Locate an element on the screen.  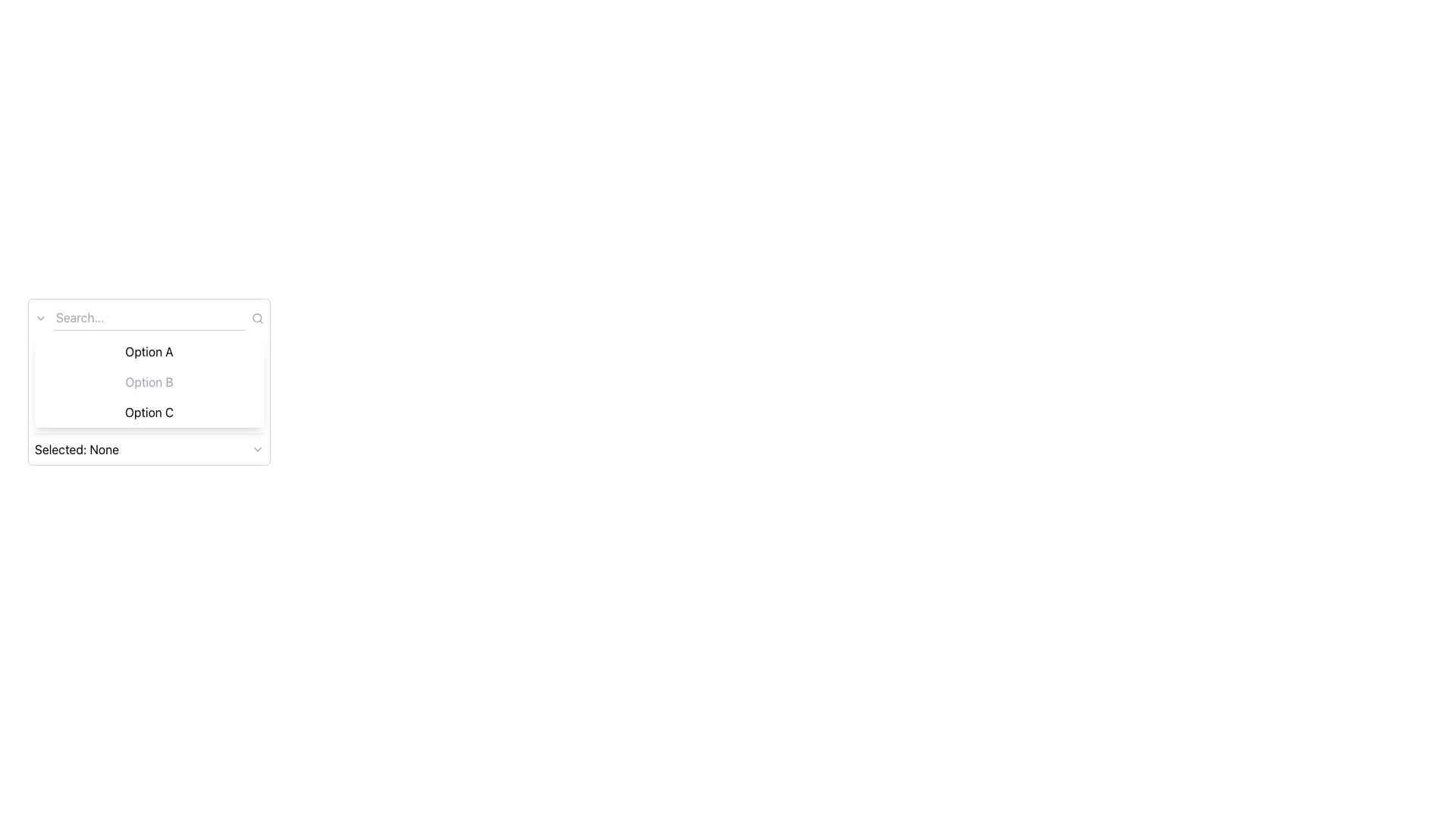
the downward-pointing chevron icon indicating dropdown functionality, located to the left of the input field with placeholder text 'Search...' is located at coordinates (40, 317).